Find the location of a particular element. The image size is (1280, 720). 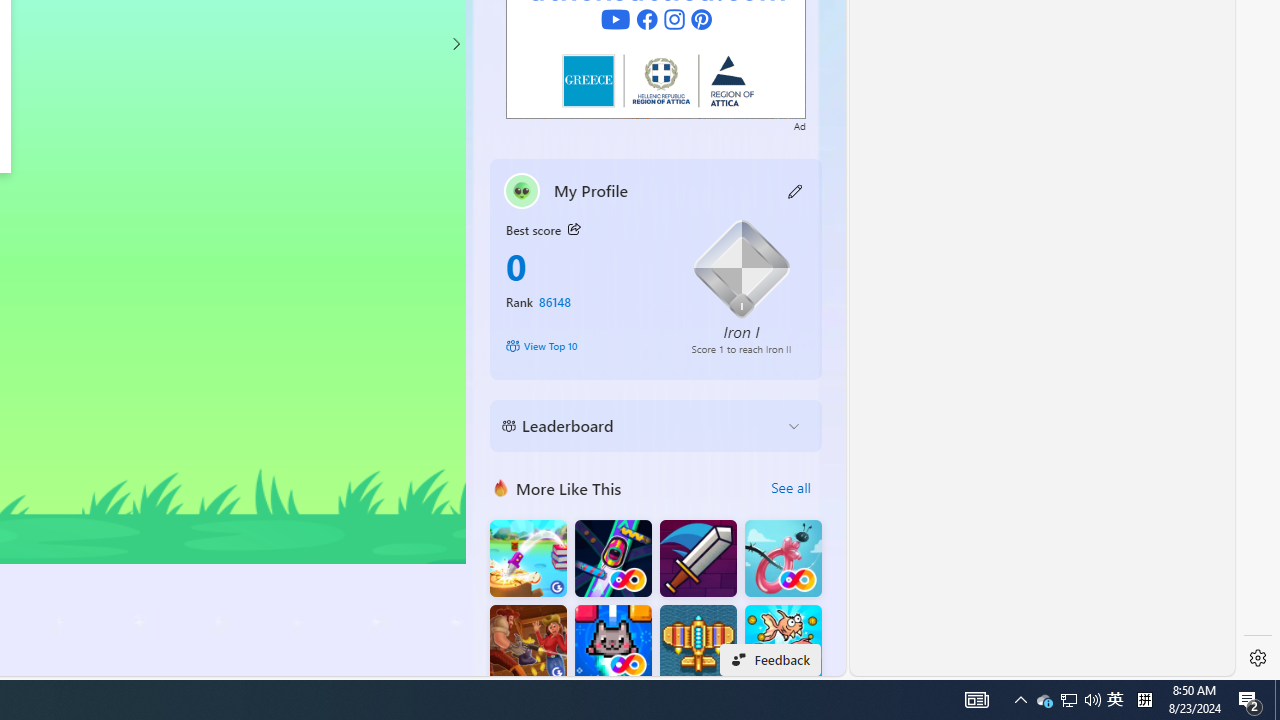

'Kitten Force FRVR' is located at coordinates (612, 643).